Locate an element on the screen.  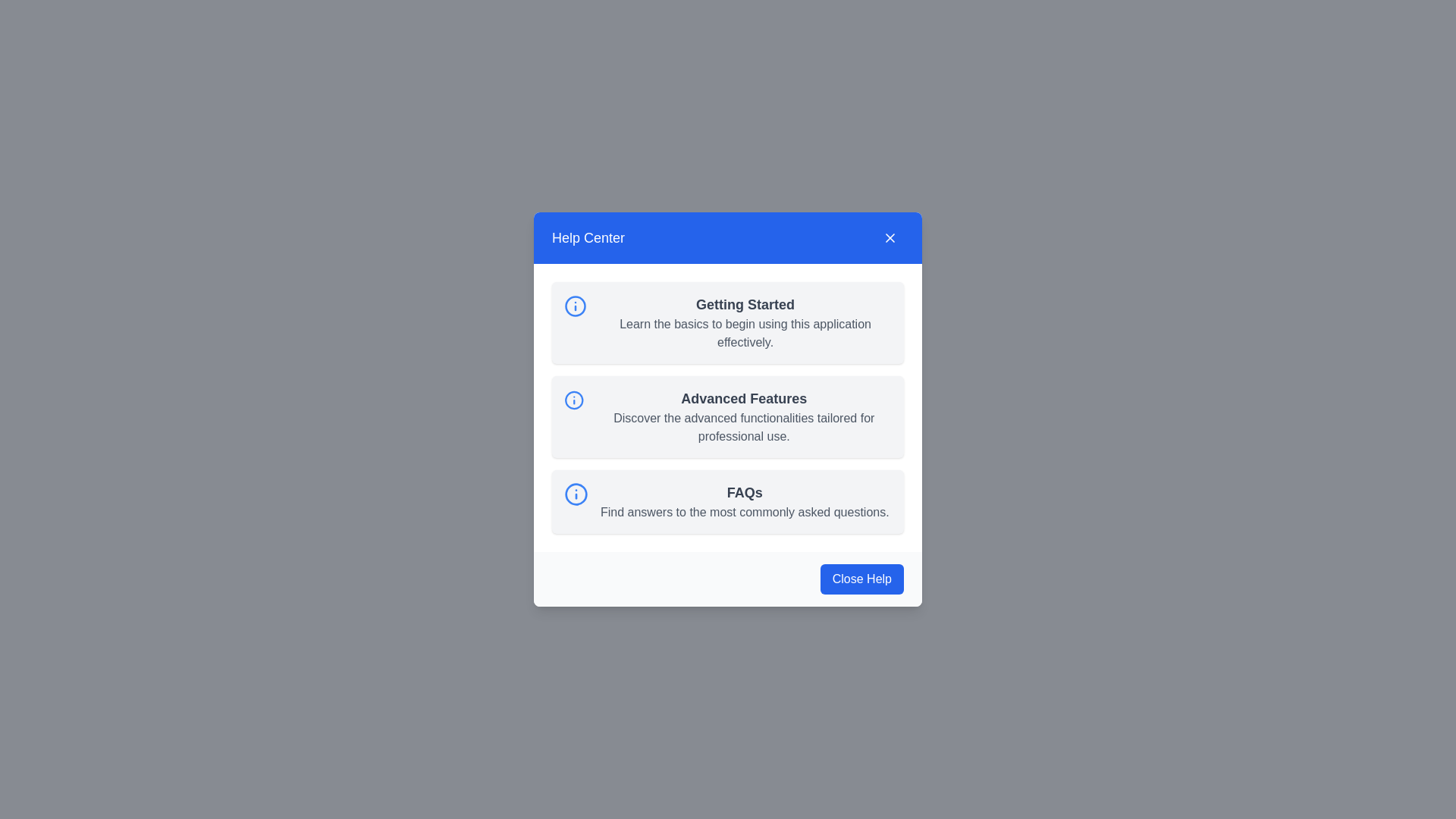
the informational panel icon located in the middle of the Help Center modal for additional information is located at coordinates (728, 406).